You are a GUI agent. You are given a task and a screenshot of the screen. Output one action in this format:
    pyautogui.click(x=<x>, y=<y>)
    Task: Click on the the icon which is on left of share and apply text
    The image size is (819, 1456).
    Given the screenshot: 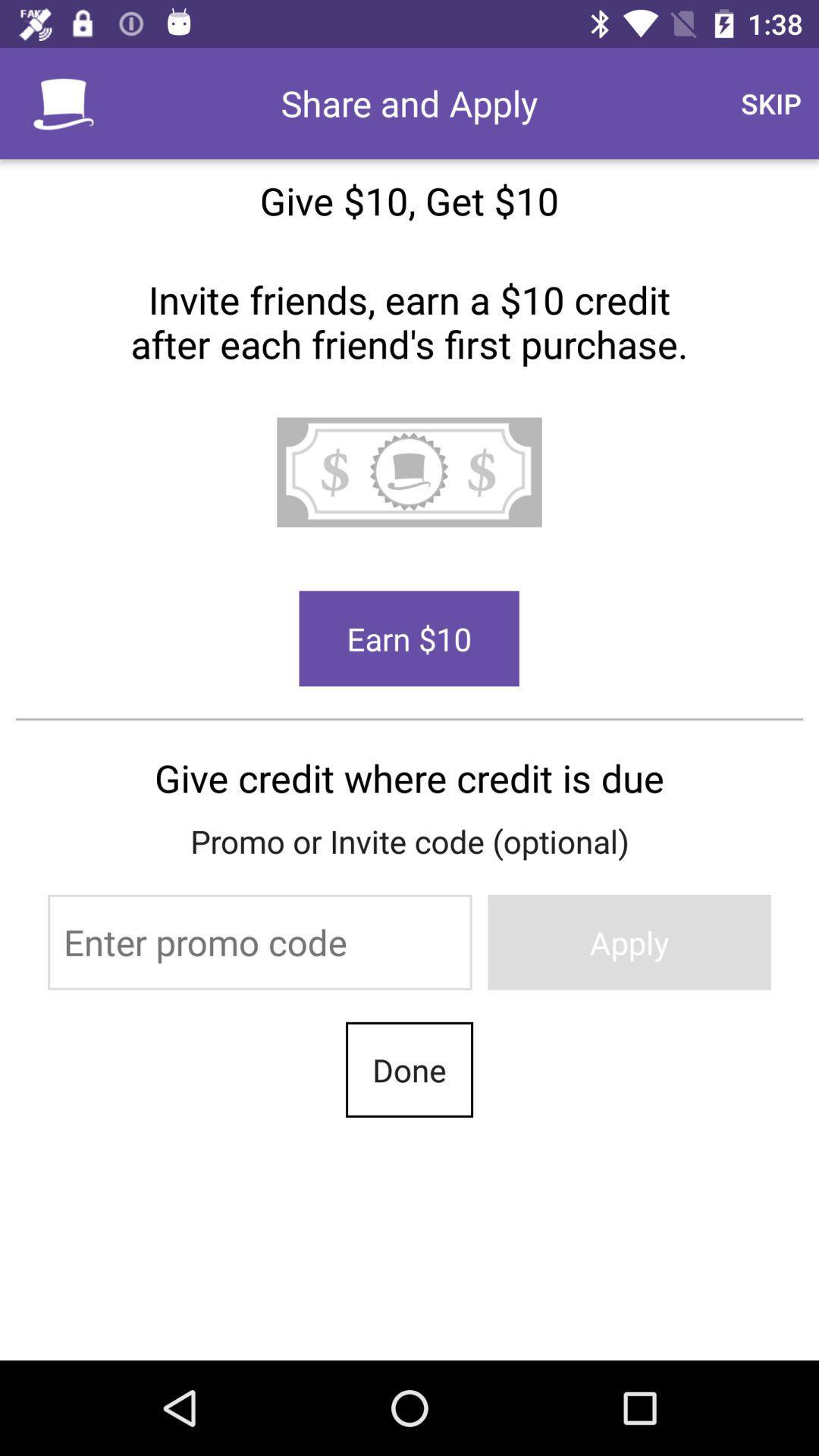 What is the action you would take?
    pyautogui.click(x=63, y=103)
    